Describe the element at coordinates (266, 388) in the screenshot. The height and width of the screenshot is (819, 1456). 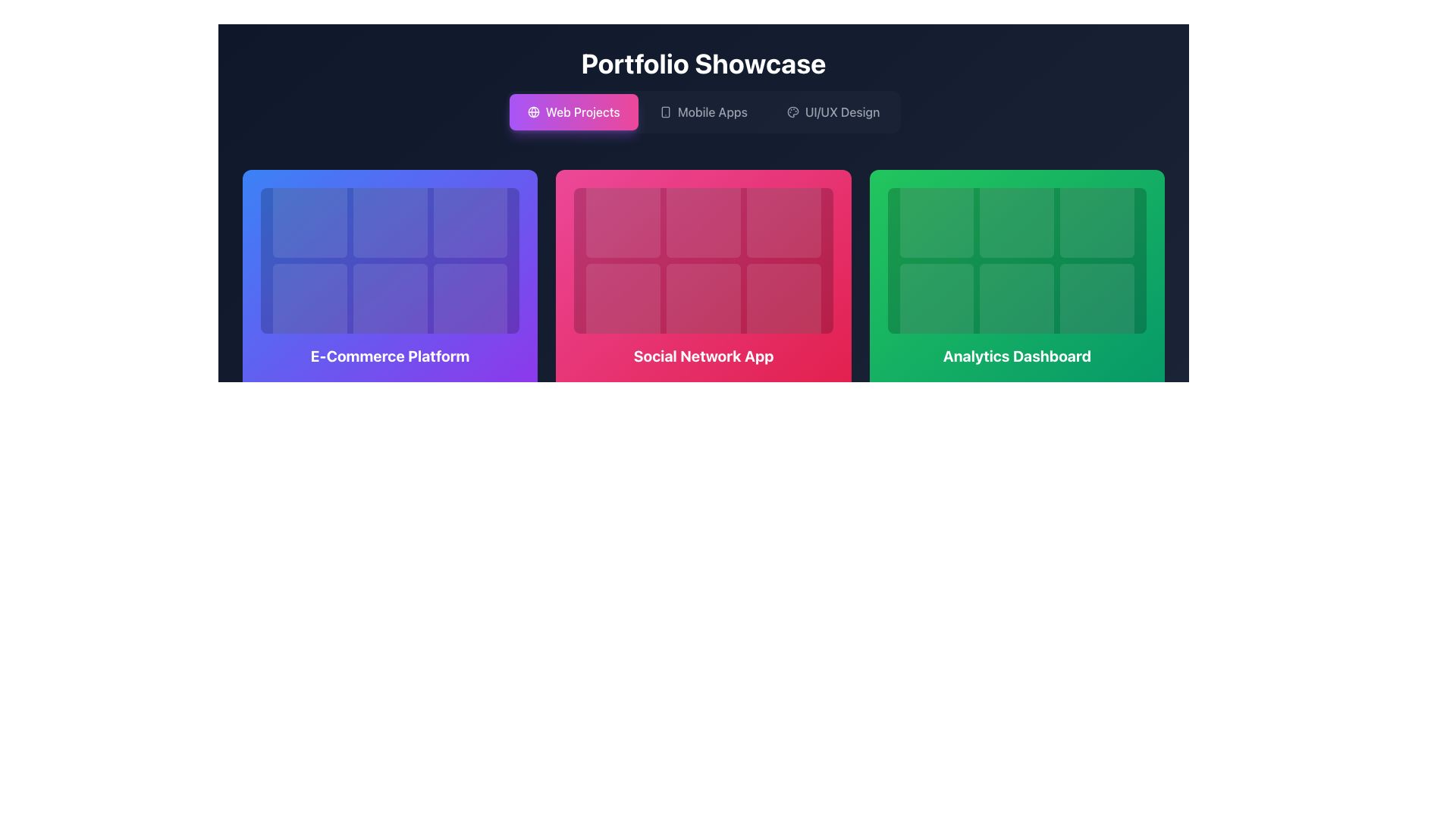
I see `the eye icon, which is part of the SVG graphical element indicating viewing capabilities, located at the bottom-left of the layout underneath the 'E-Commerce Platform' section` at that location.